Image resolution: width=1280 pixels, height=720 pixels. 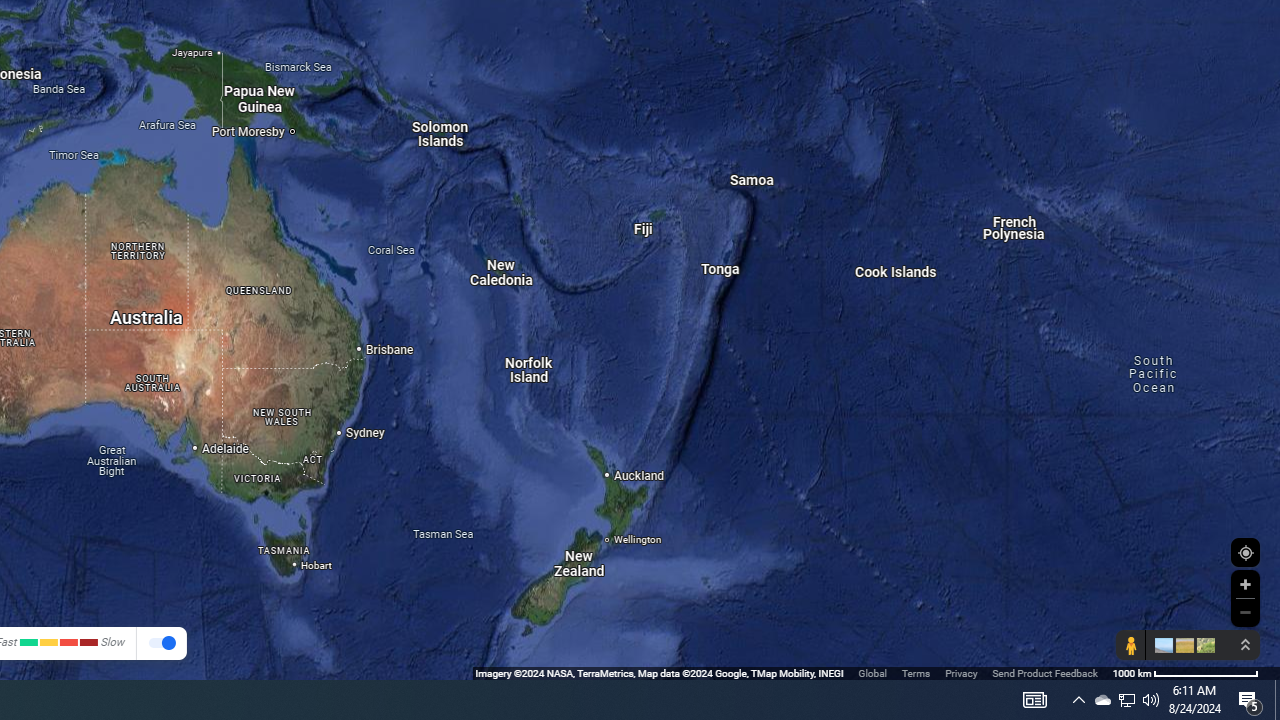 I want to click on 'Zoom in', so click(x=1244, y=584).